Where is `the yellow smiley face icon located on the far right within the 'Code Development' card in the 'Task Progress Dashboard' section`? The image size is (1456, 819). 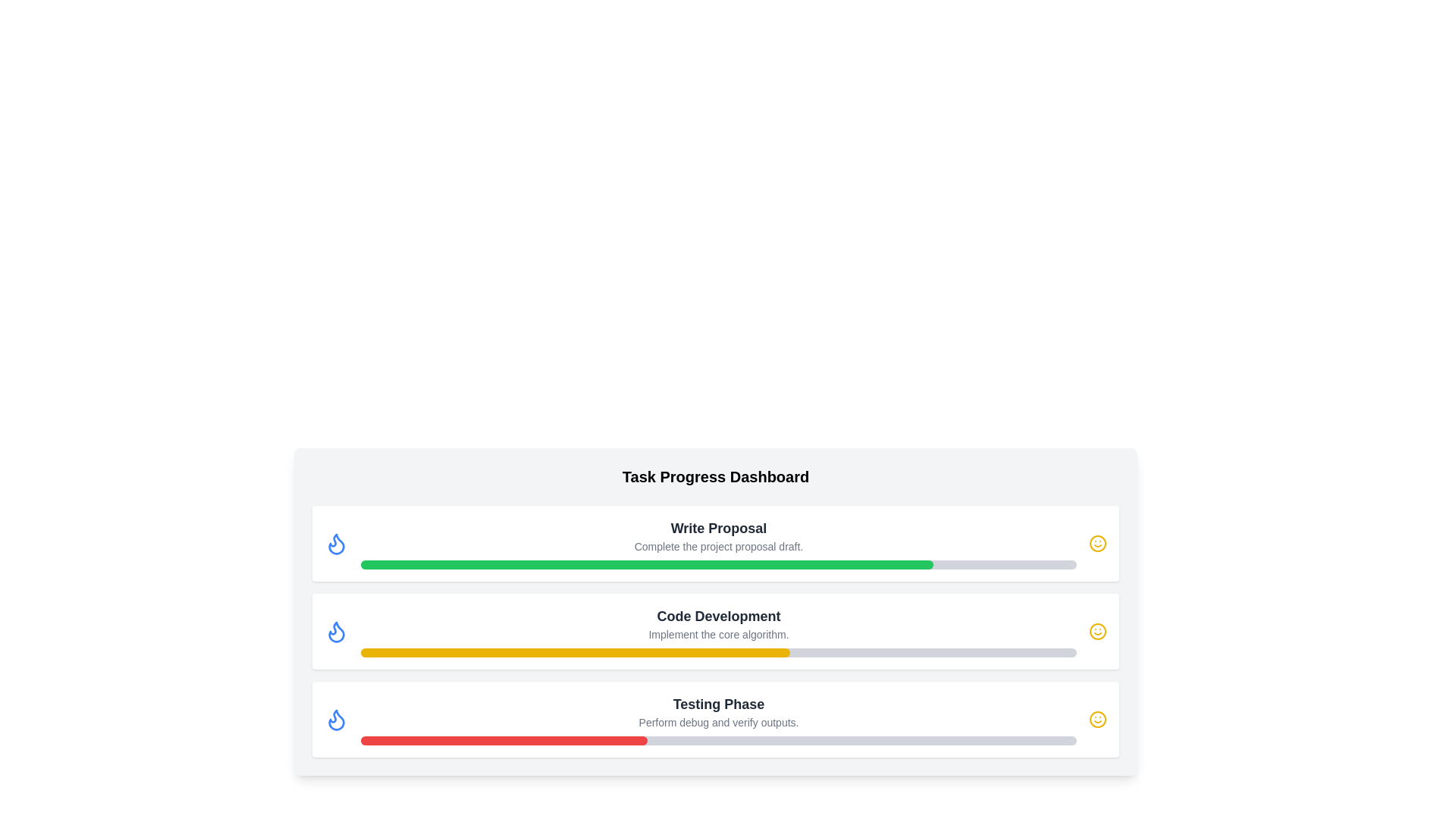 the yellow smiley face icon located on the far right within the 'Code Development' card in the 'Task Progress Dashboard' section is located at coordinates (1098, 632).